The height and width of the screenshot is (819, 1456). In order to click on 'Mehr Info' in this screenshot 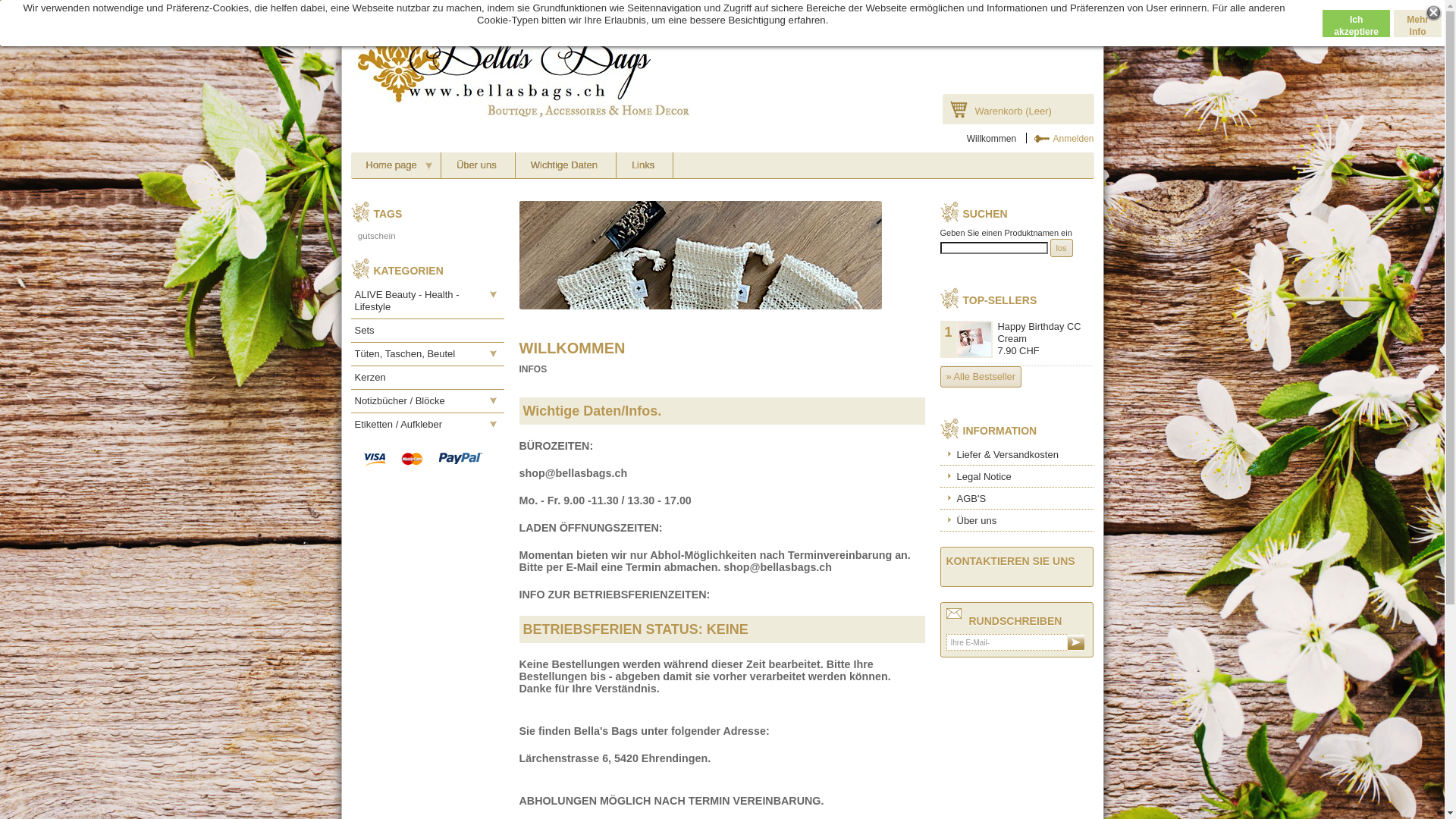, I will do `click(1417, 23)`.